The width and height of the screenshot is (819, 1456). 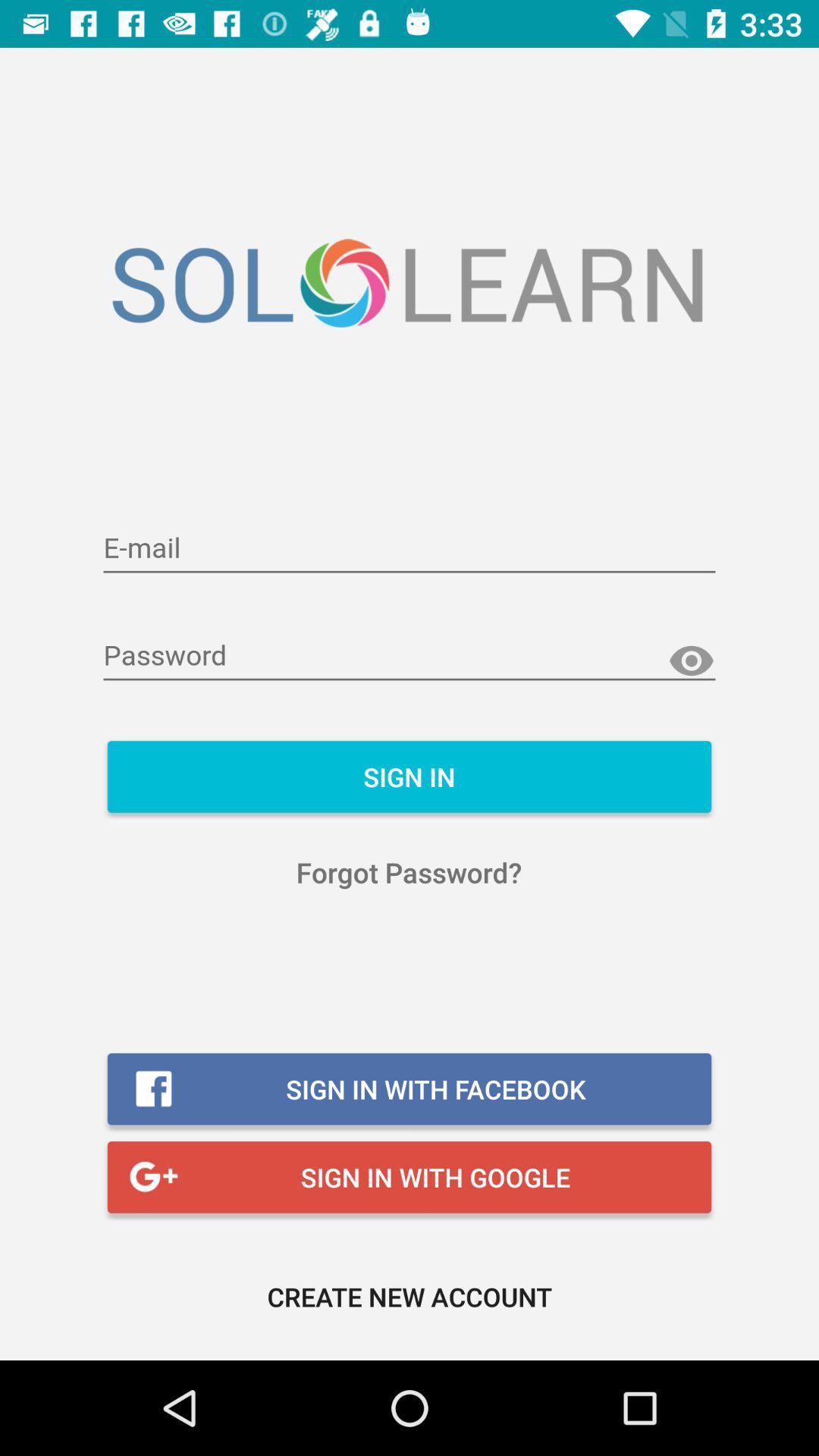 I want to click on forgot password? icon, so click(x=408, y=872).